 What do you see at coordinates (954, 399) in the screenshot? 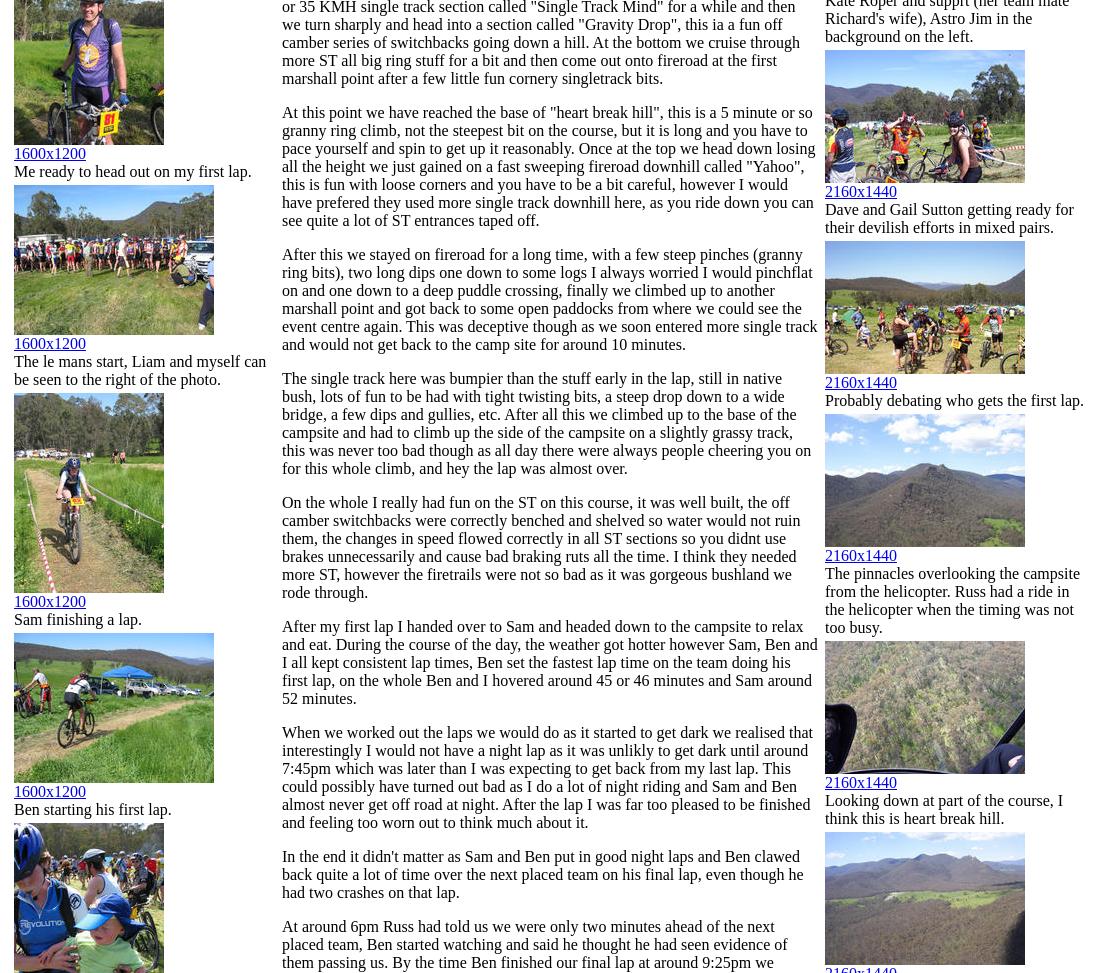
I see `'Probably debating who gets the first lap.'` at bounding box center [954, 399].